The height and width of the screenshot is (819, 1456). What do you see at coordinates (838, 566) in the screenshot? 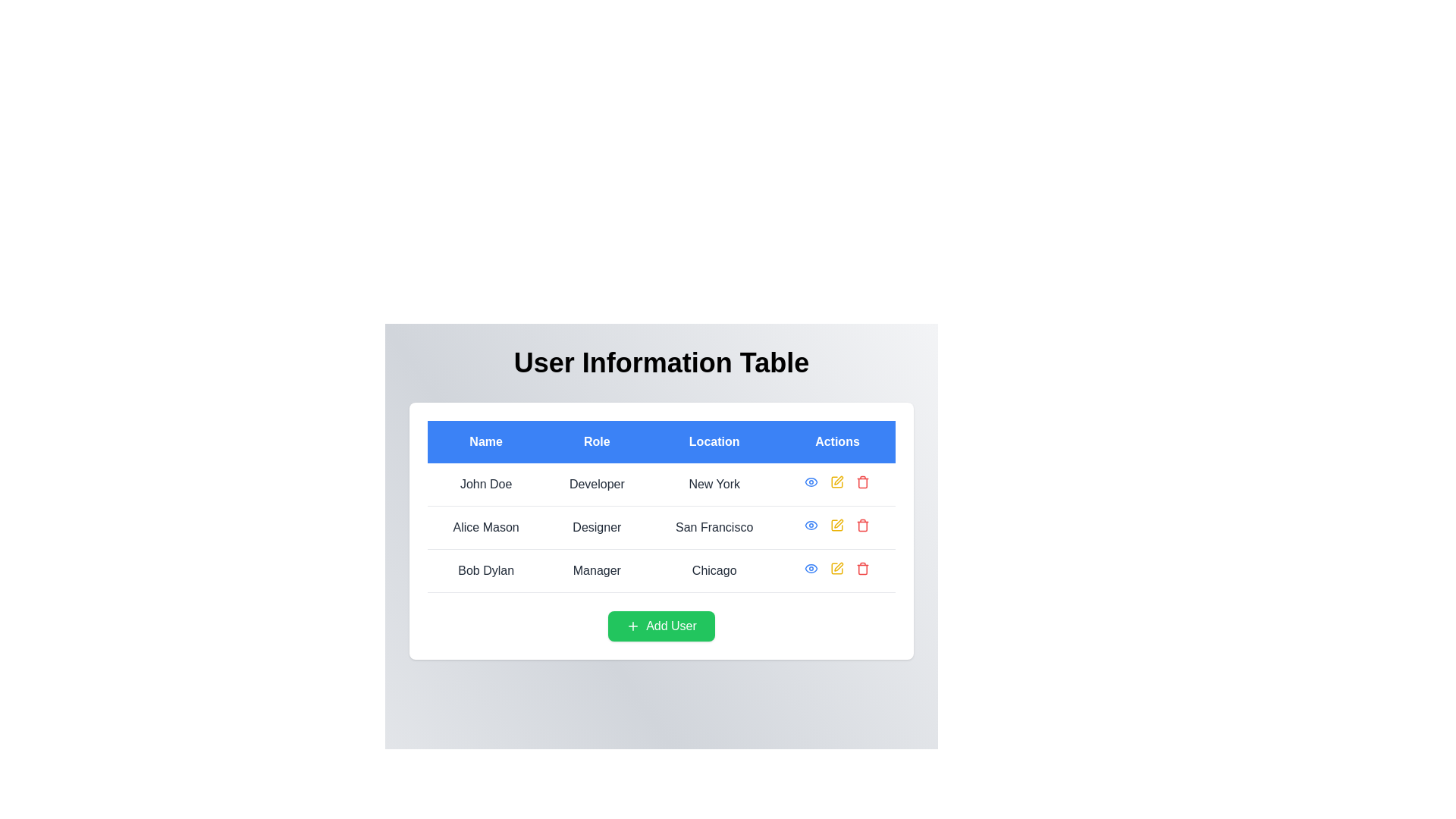
I see `the edit icon button located under the 'Actions' column of the last row in the table for 'Bob Dylan' to initiate the editing function` at bounding box center [838, 566].